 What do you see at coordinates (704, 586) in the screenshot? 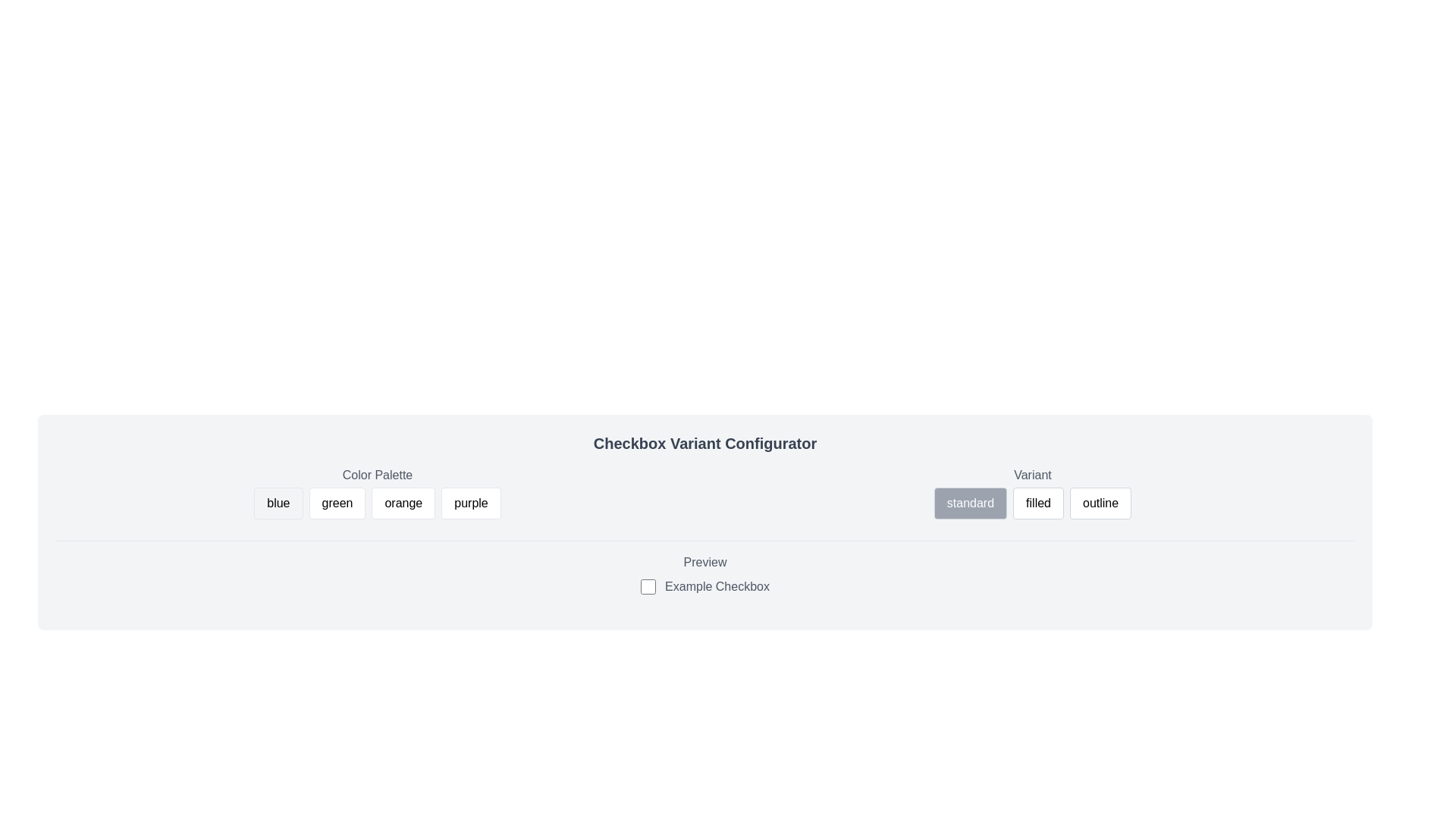
I see `the checkbox labeled 'Example Checkbox', which has rounded corners and a blue border, located in the lower-central part of the interface within the 'Preview' section` at bounding box center [704, 586].